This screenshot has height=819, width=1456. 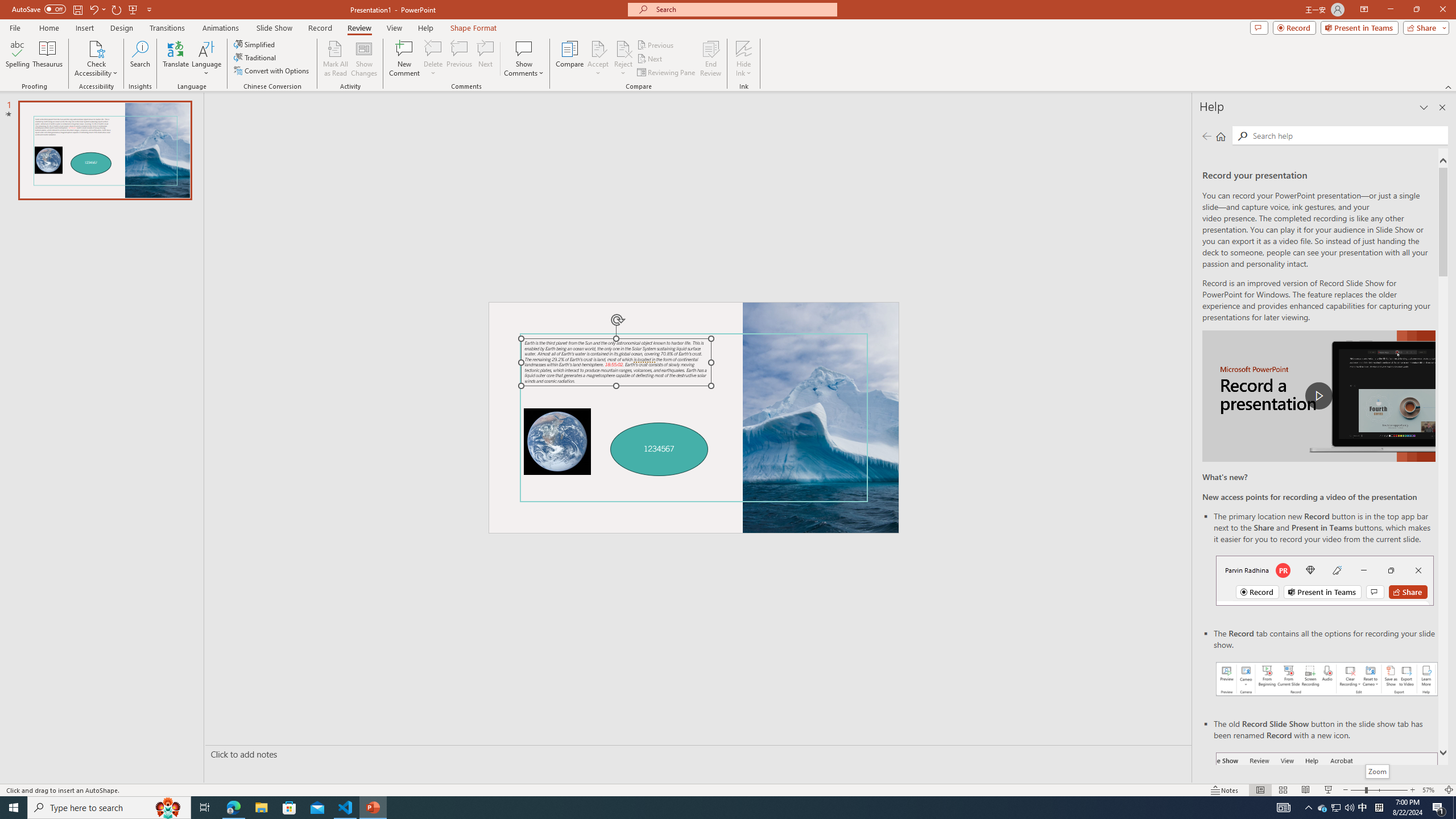 What do you see at coordinates (622, 48) in the screenshot?
I see `'Reject Change'` at bounding box center [622, 48].